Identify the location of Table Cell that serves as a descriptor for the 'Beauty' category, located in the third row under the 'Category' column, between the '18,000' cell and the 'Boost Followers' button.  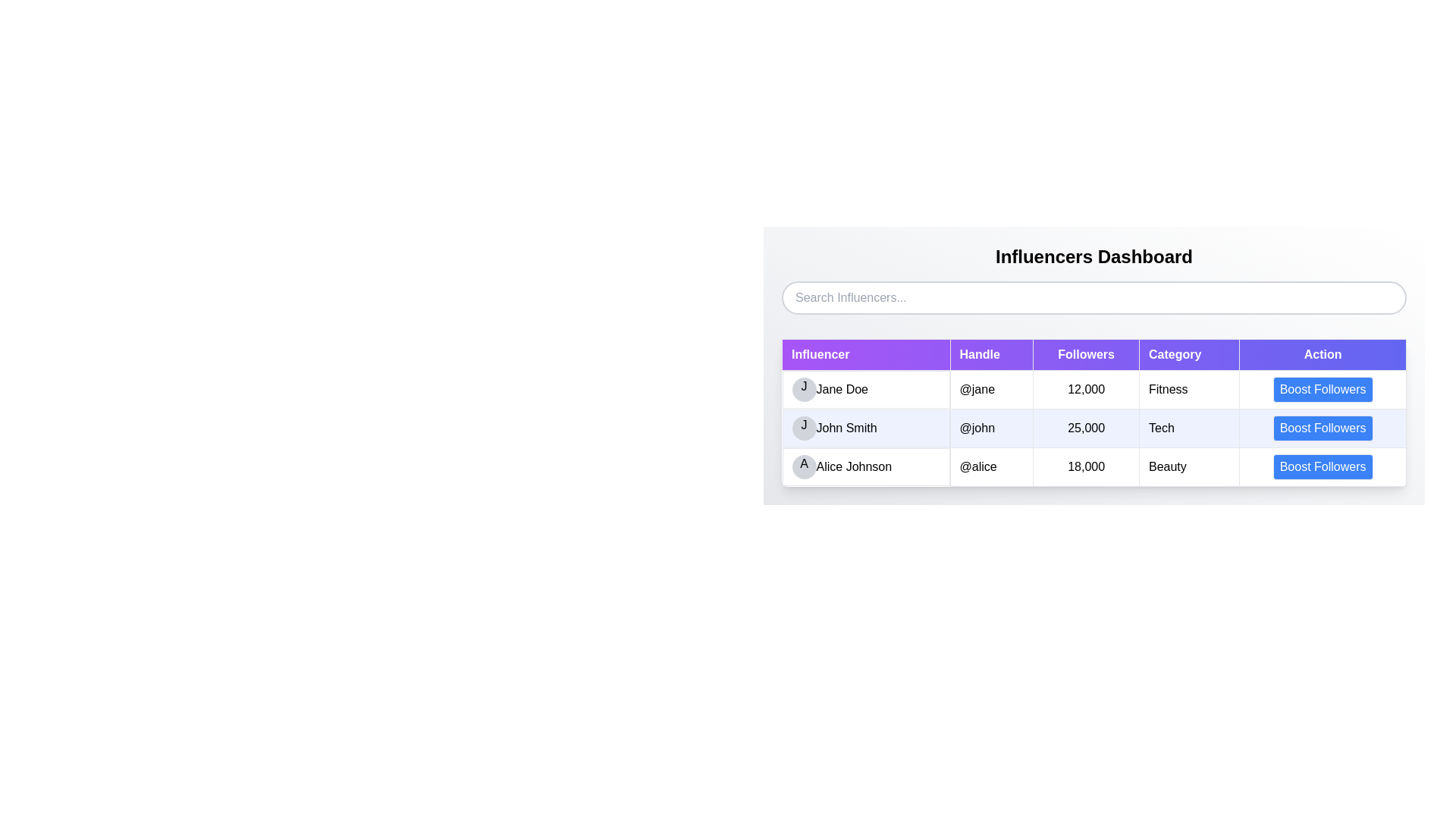
(1188, 466).